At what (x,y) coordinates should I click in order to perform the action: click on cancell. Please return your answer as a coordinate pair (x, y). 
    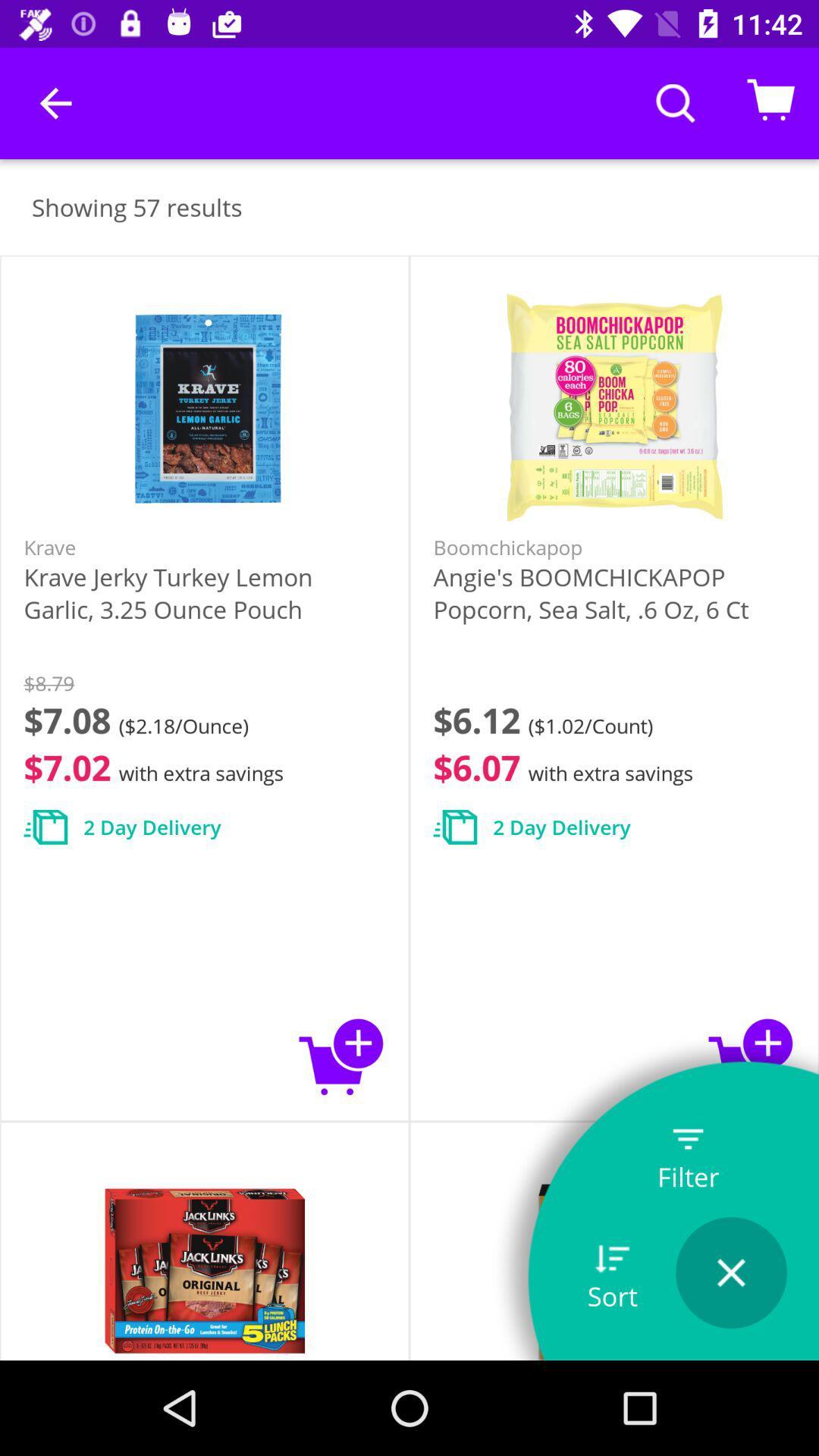
    Looking at the image, I should click on (730, 1272).